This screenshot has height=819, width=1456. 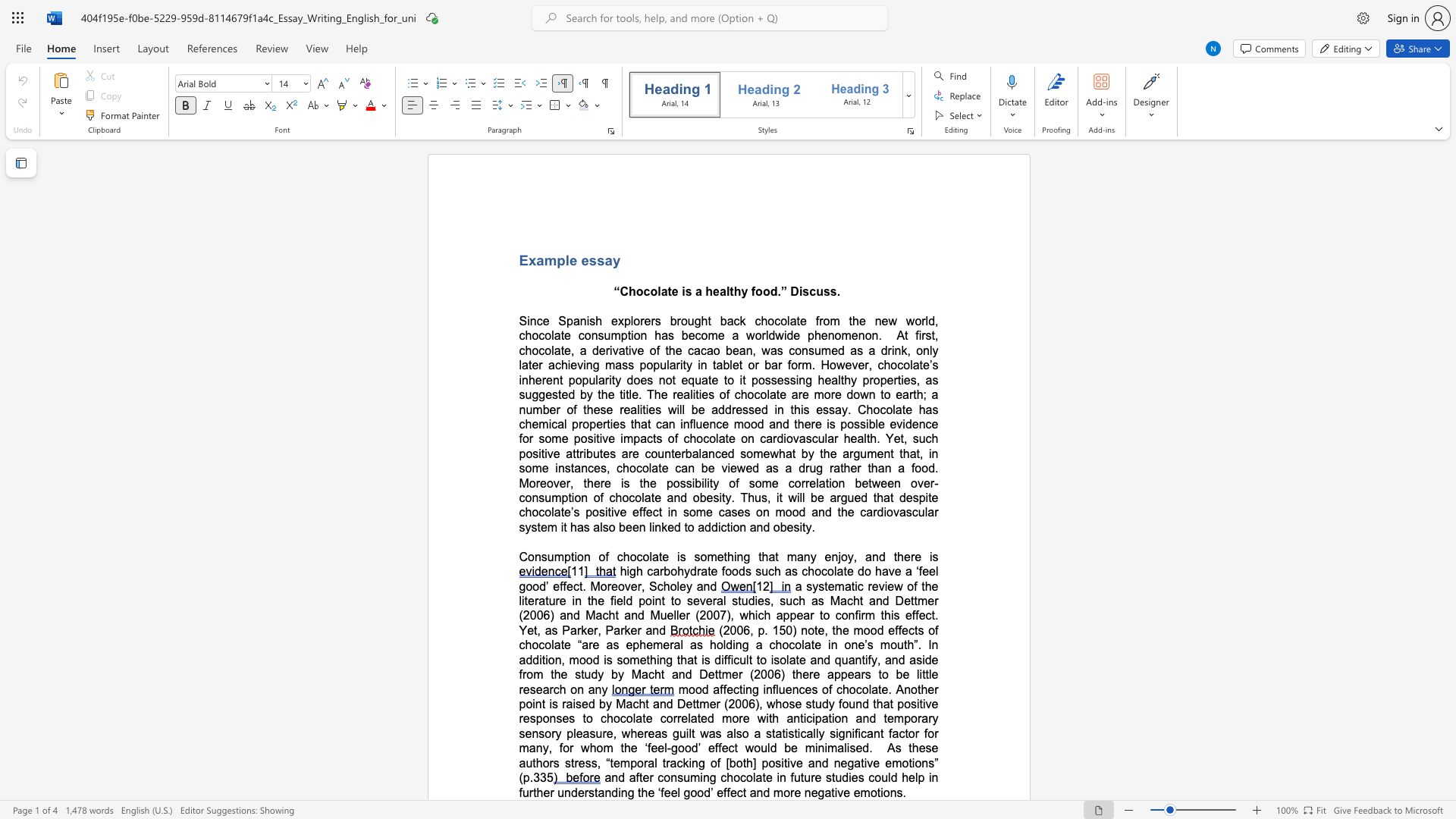 I want to click on the subset text "d’ effect and more negative e" within the text "and after consuming chocolate in future studies could help in further understanding the ‘feel good’ effect and more negative emotions.", so click(x=703, y=792).